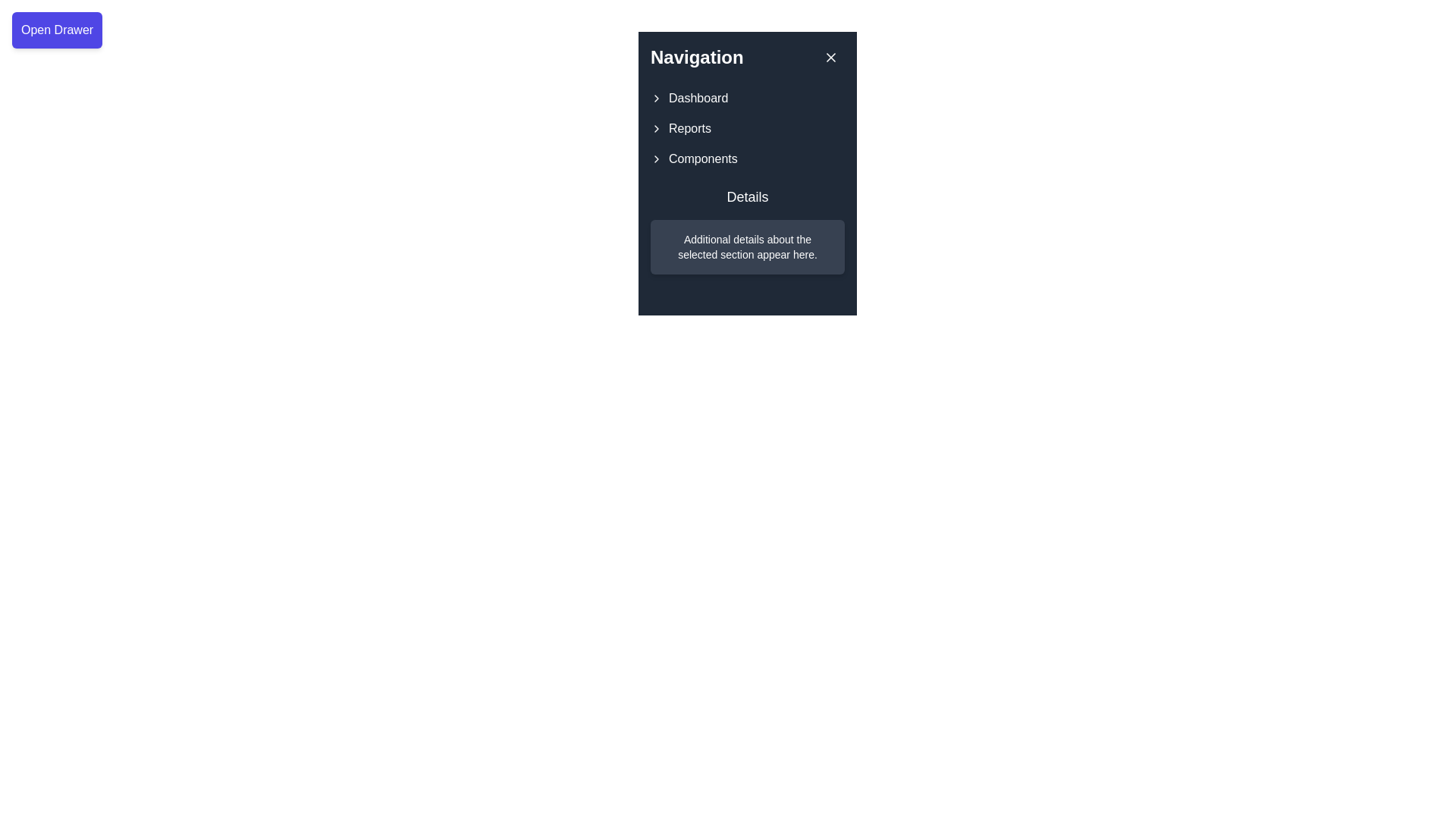  Describe the element at coordinates (830, 57) in the screenshot. I see `the Close Button icon located in the top-right corner of the navigation panel` at that location.